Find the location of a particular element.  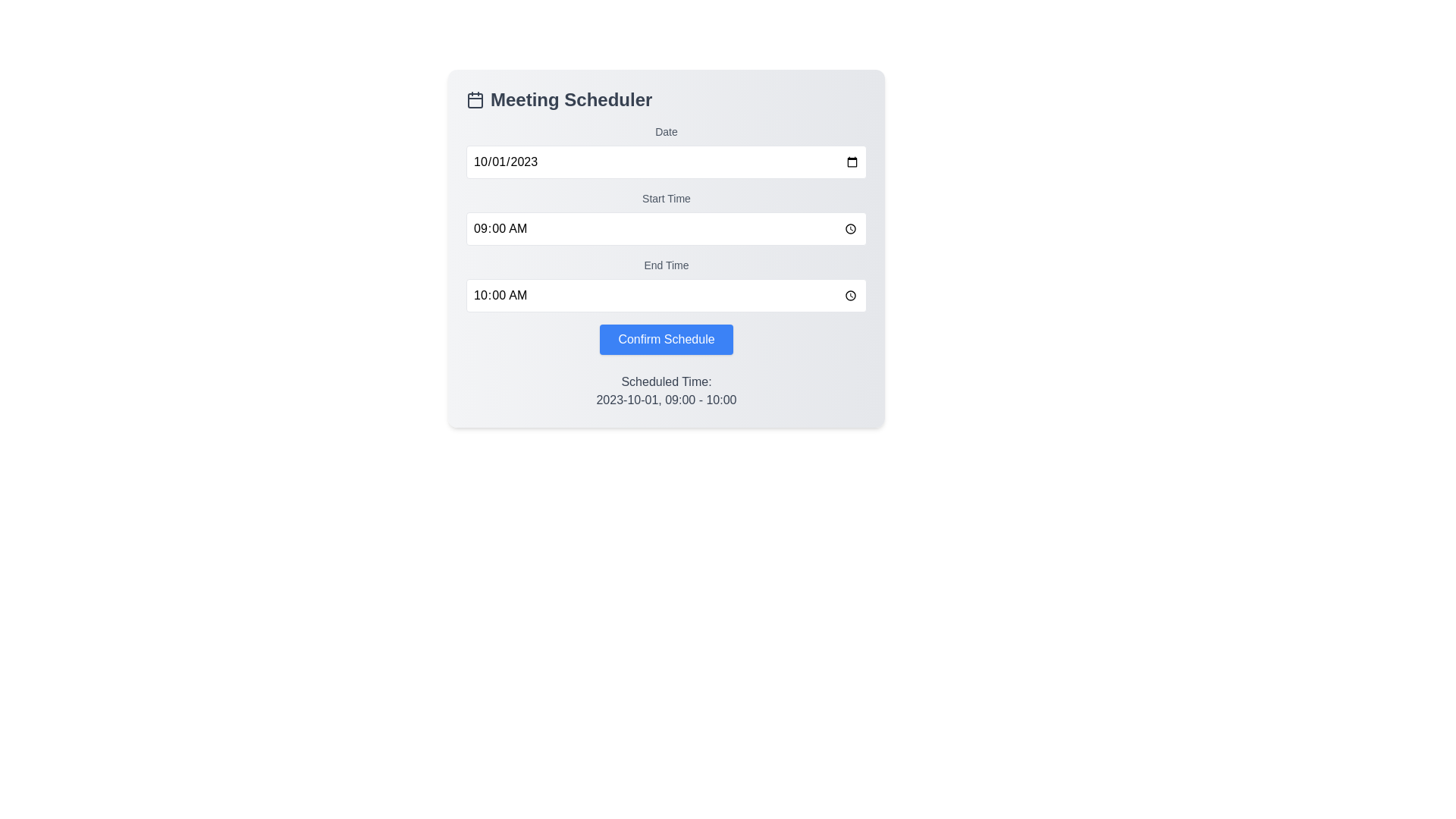

the 'Start Time' input field, which displays '09:00 AM' is located at coordinates (666, 228).